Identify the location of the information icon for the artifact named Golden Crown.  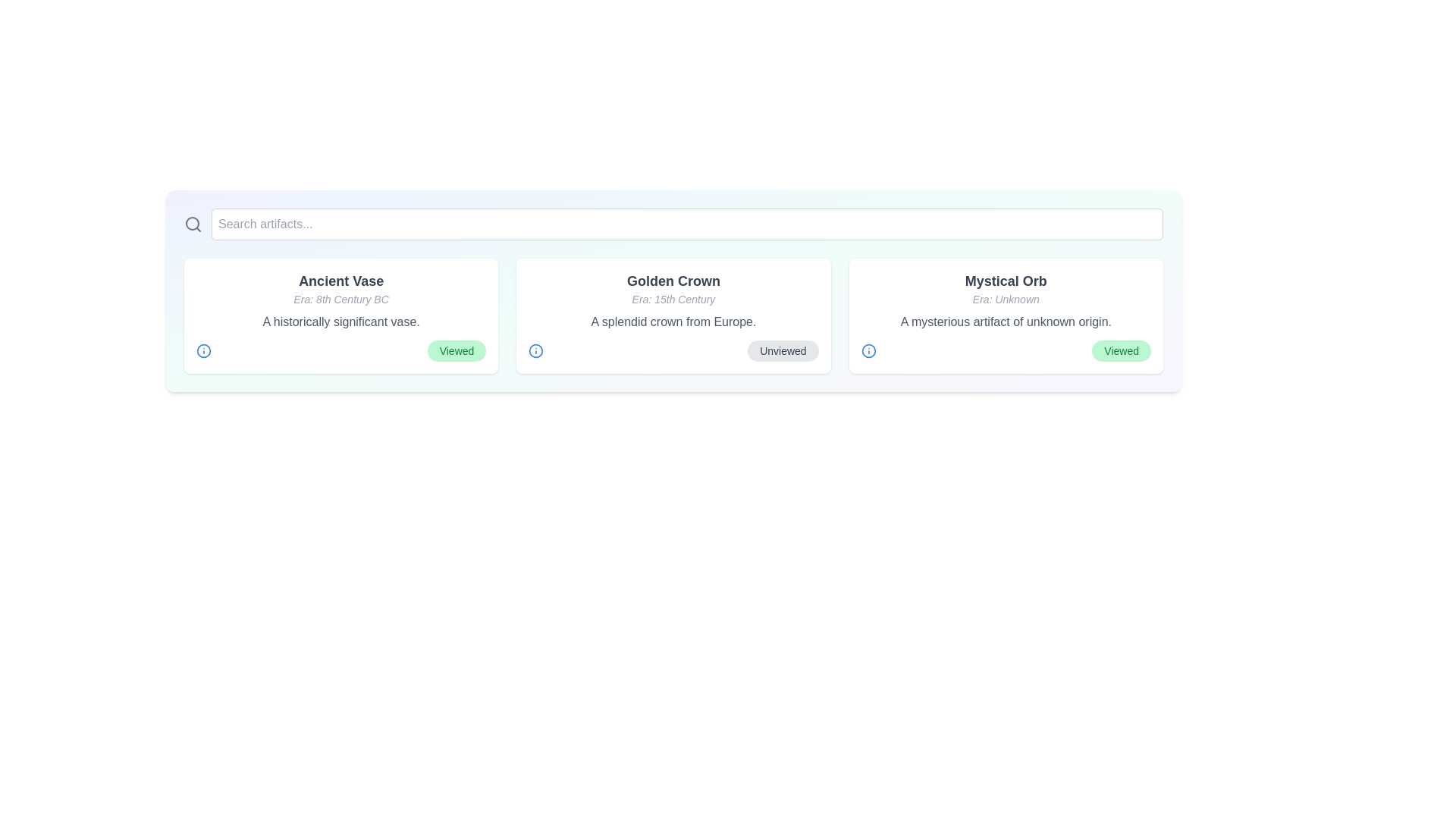
(535, 350).